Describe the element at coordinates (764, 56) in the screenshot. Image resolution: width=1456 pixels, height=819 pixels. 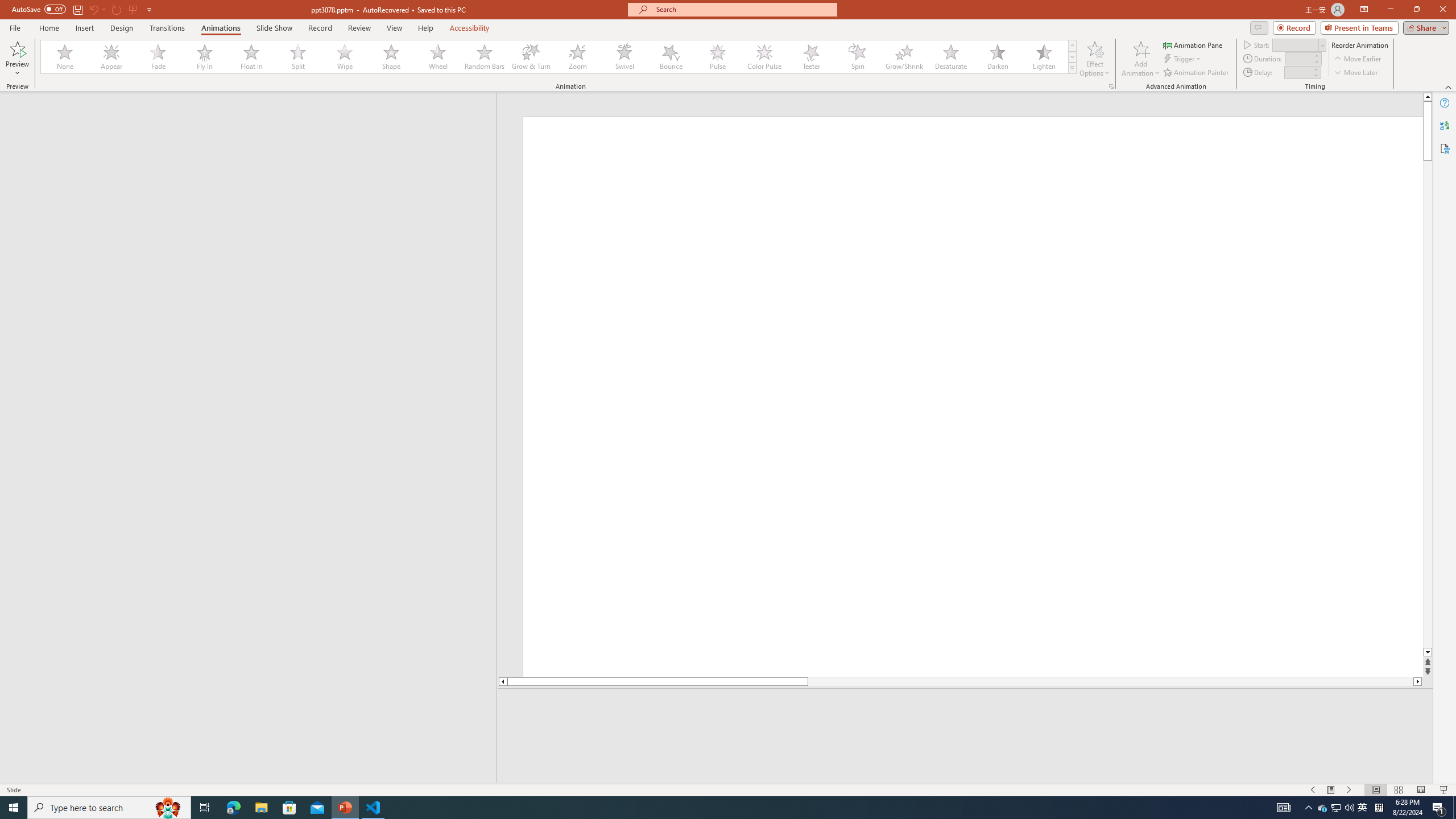
I see `'Color Pulse'` at that location.